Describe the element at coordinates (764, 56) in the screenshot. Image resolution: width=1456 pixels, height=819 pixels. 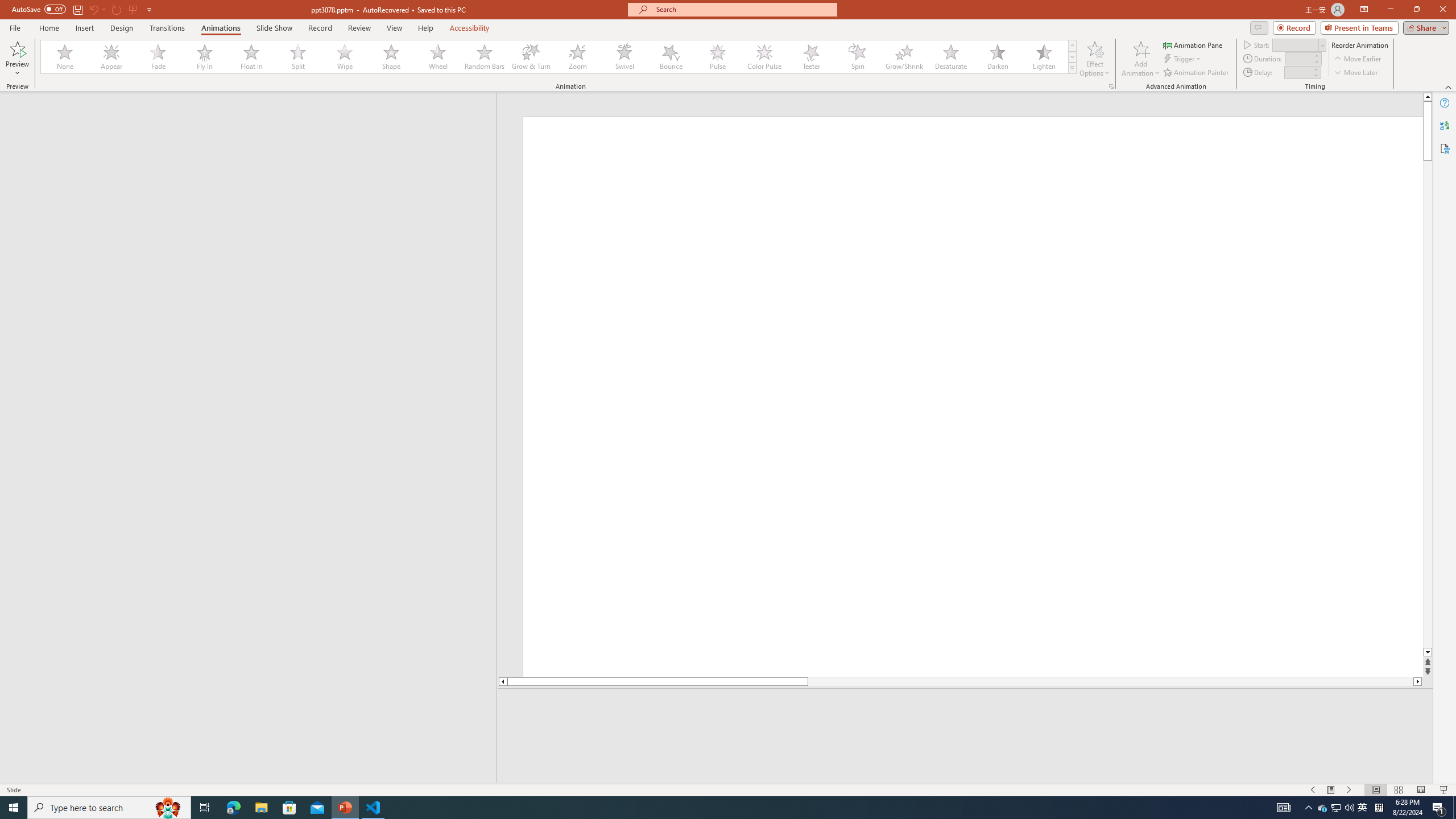
I see `'Color Pulse'` at that location.